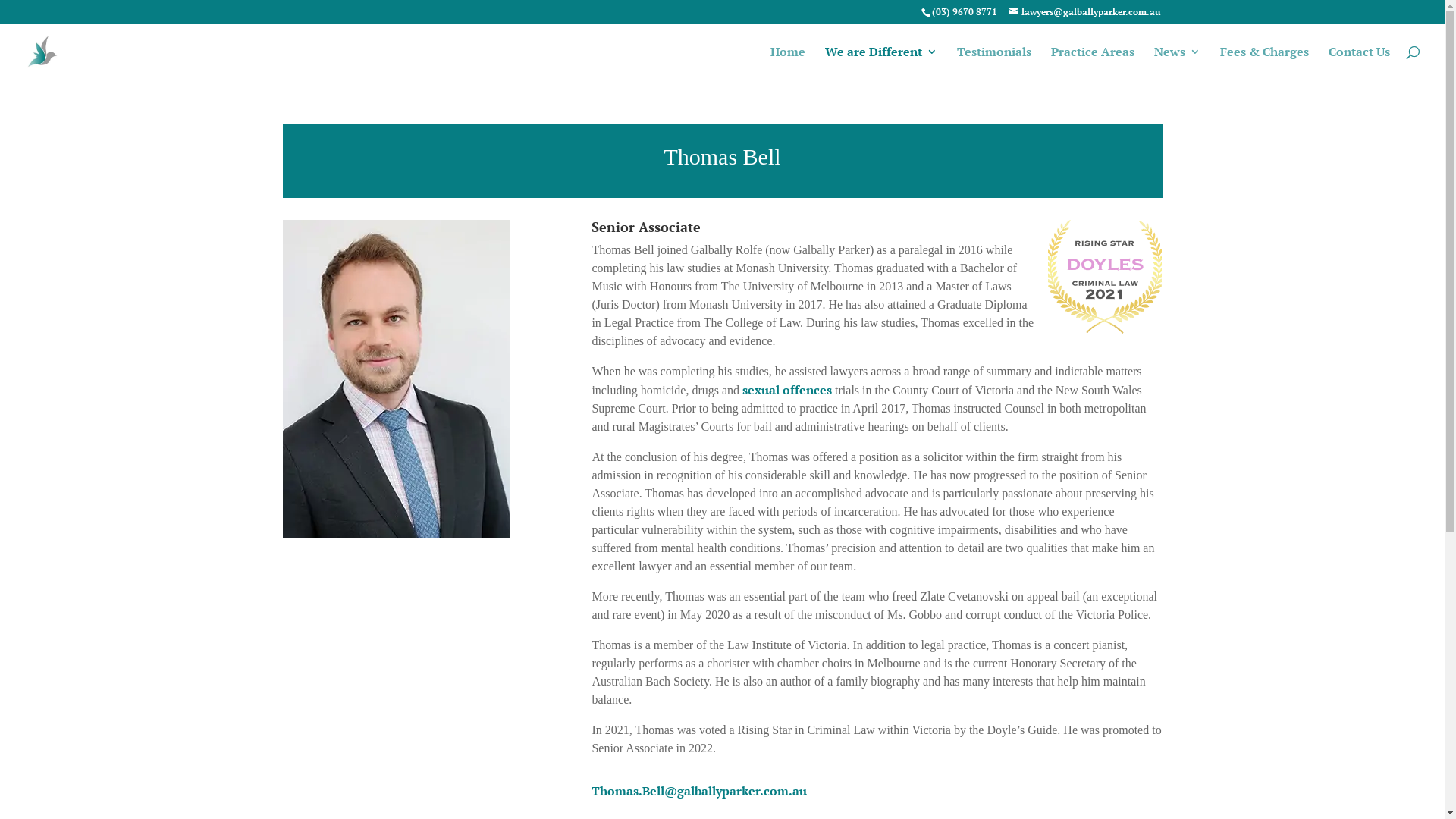 This screenshot has width=1456, height=819. I want to click on 'We are Different', so click(880, 62).